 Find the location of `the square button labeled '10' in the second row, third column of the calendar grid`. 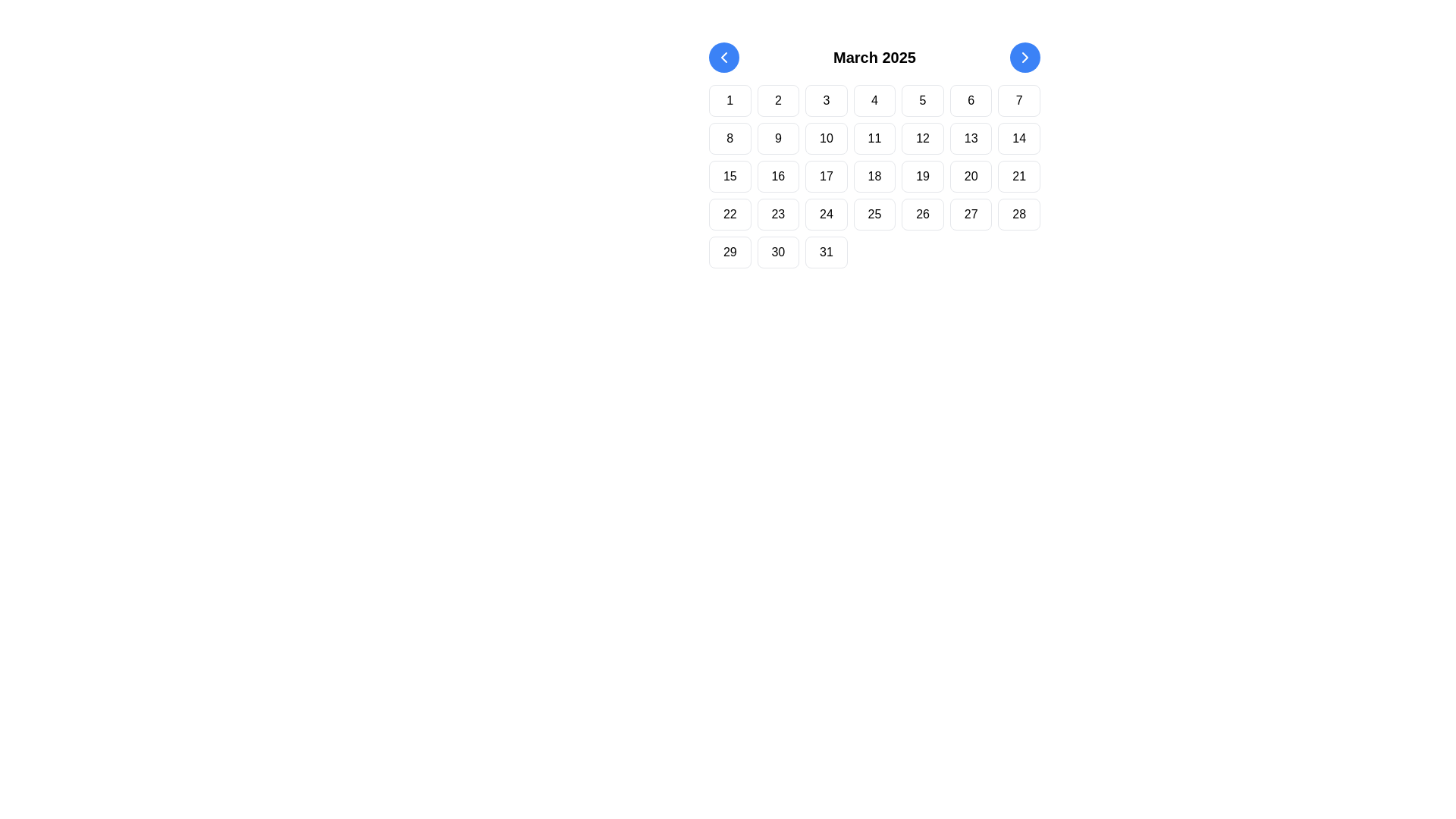

the square button labeled '10' in the second row, third column of the calendar grid is located at coordinates (825, 138).